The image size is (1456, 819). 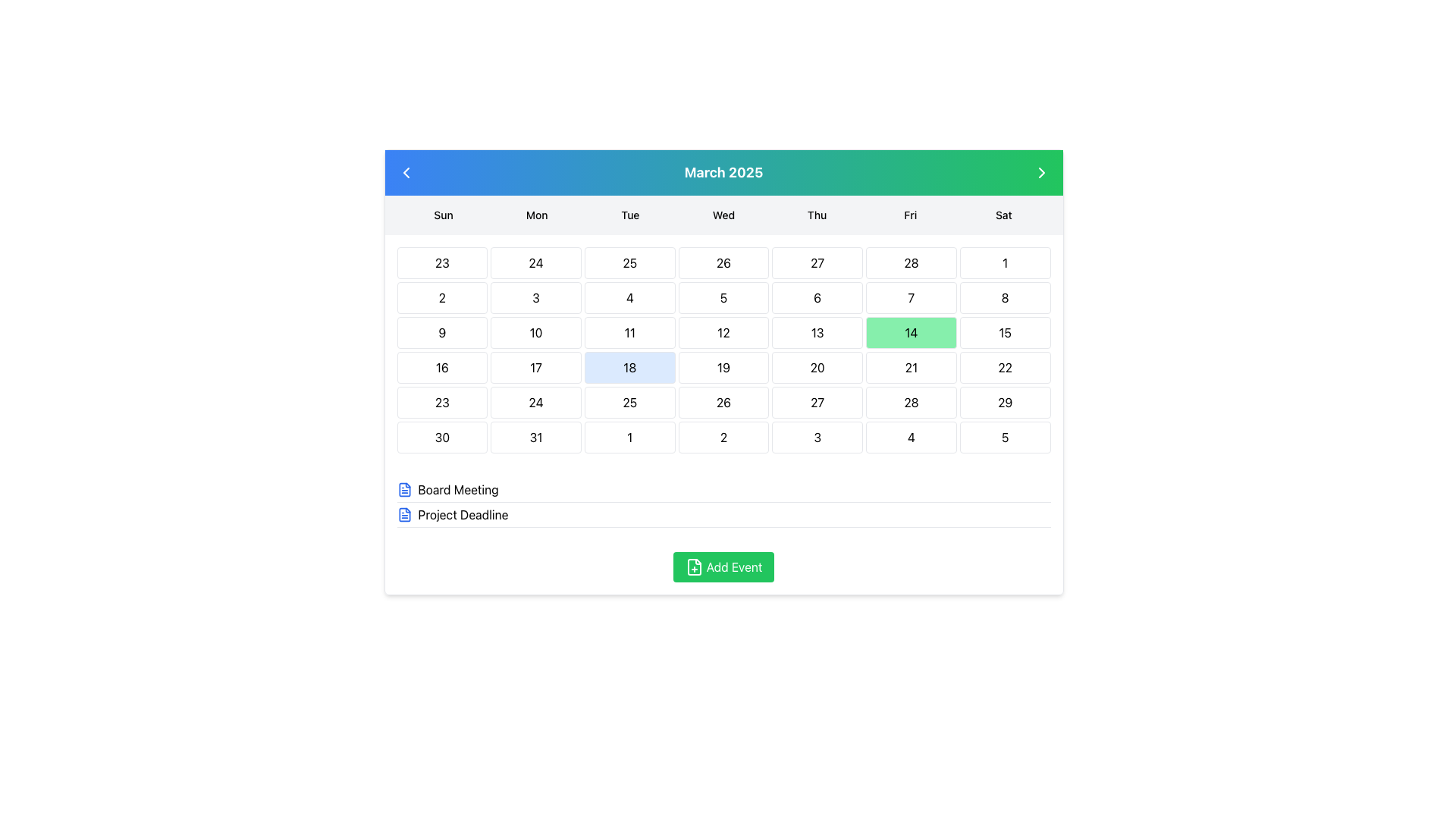 I want to click on text of the label indicating 'Monday' in the weekly calendar view header, positioned between 'Sun' and 'Tue', so click(x=537, y=215).